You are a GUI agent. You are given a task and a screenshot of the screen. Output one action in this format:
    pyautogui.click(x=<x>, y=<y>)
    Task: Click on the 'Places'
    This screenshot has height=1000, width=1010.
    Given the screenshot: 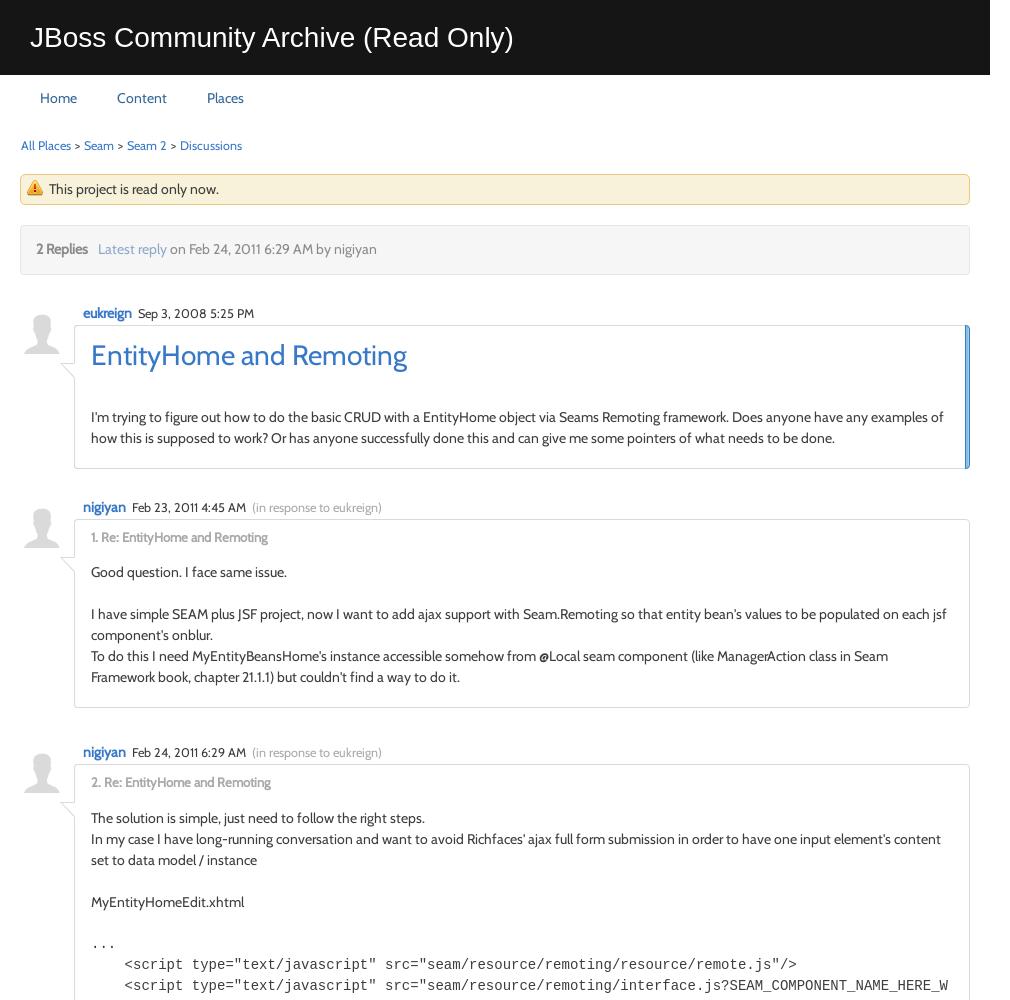 What is the action you would take?
    pyautogui.click(x=224, y=97)
    